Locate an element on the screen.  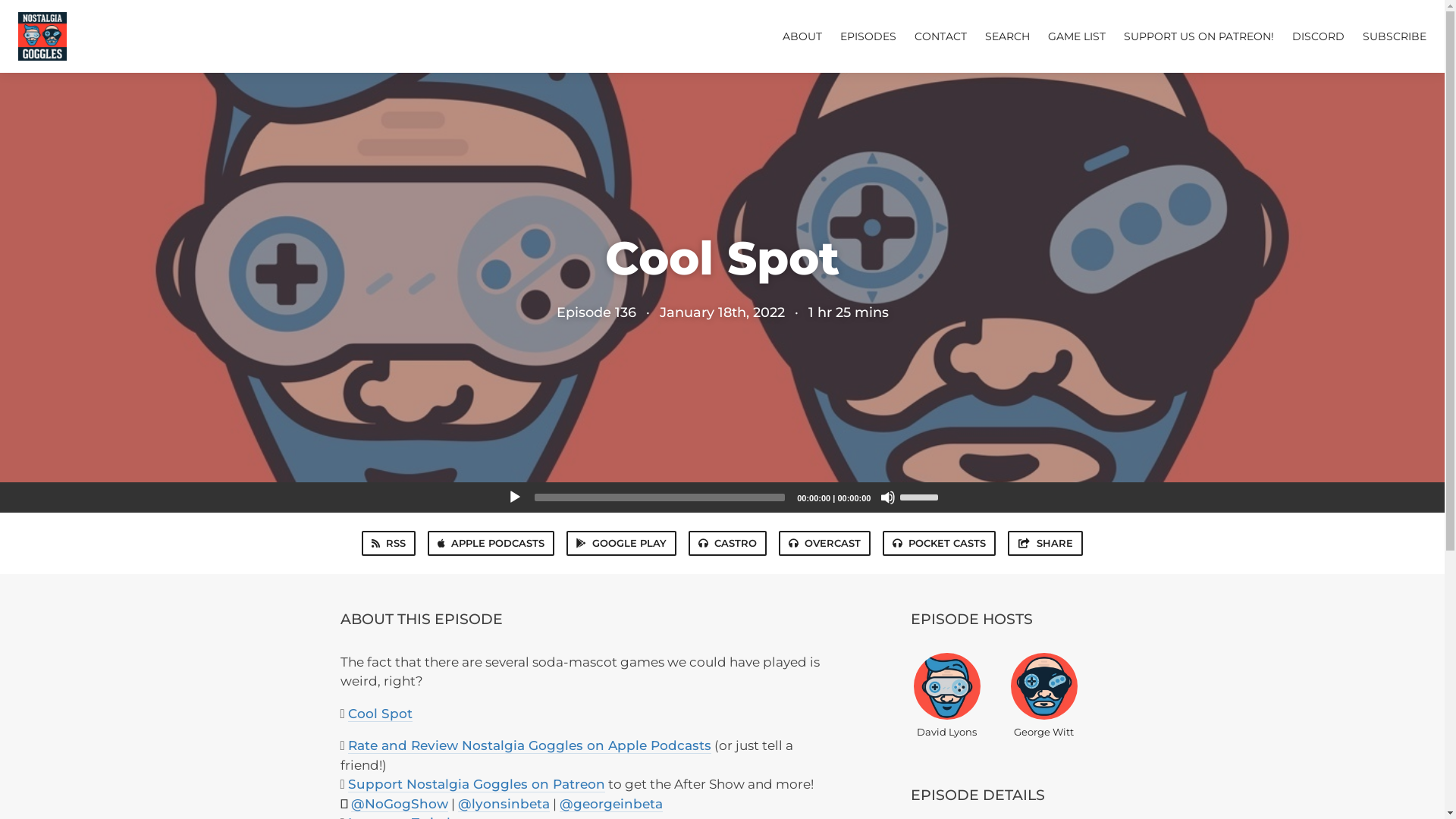
'DISCORD' is located at coordinates (1291, 35).